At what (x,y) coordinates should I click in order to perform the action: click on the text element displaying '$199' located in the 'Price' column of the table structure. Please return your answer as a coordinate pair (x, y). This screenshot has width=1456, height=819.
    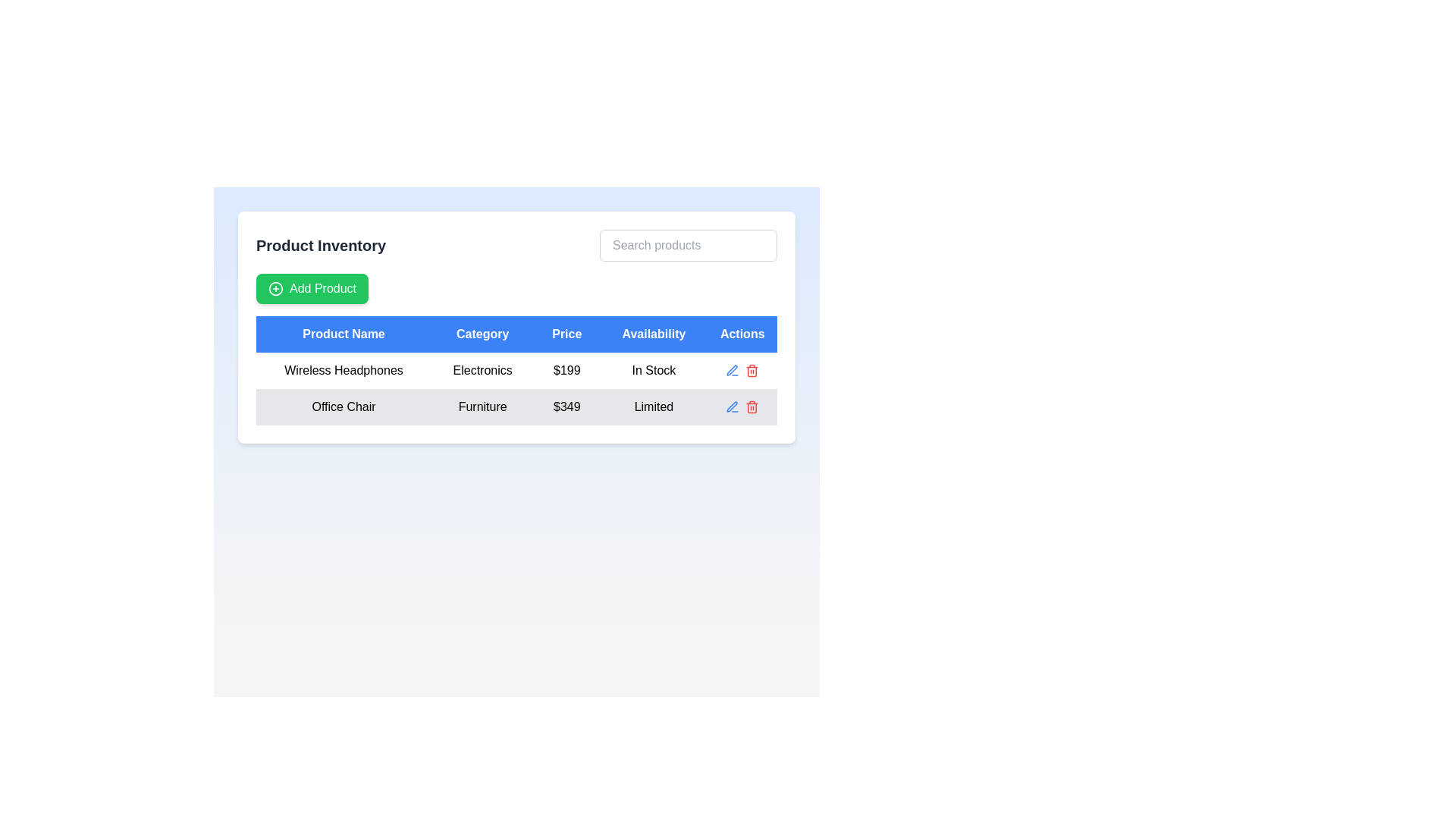
    Looking at the image, I should click on (566, 371).